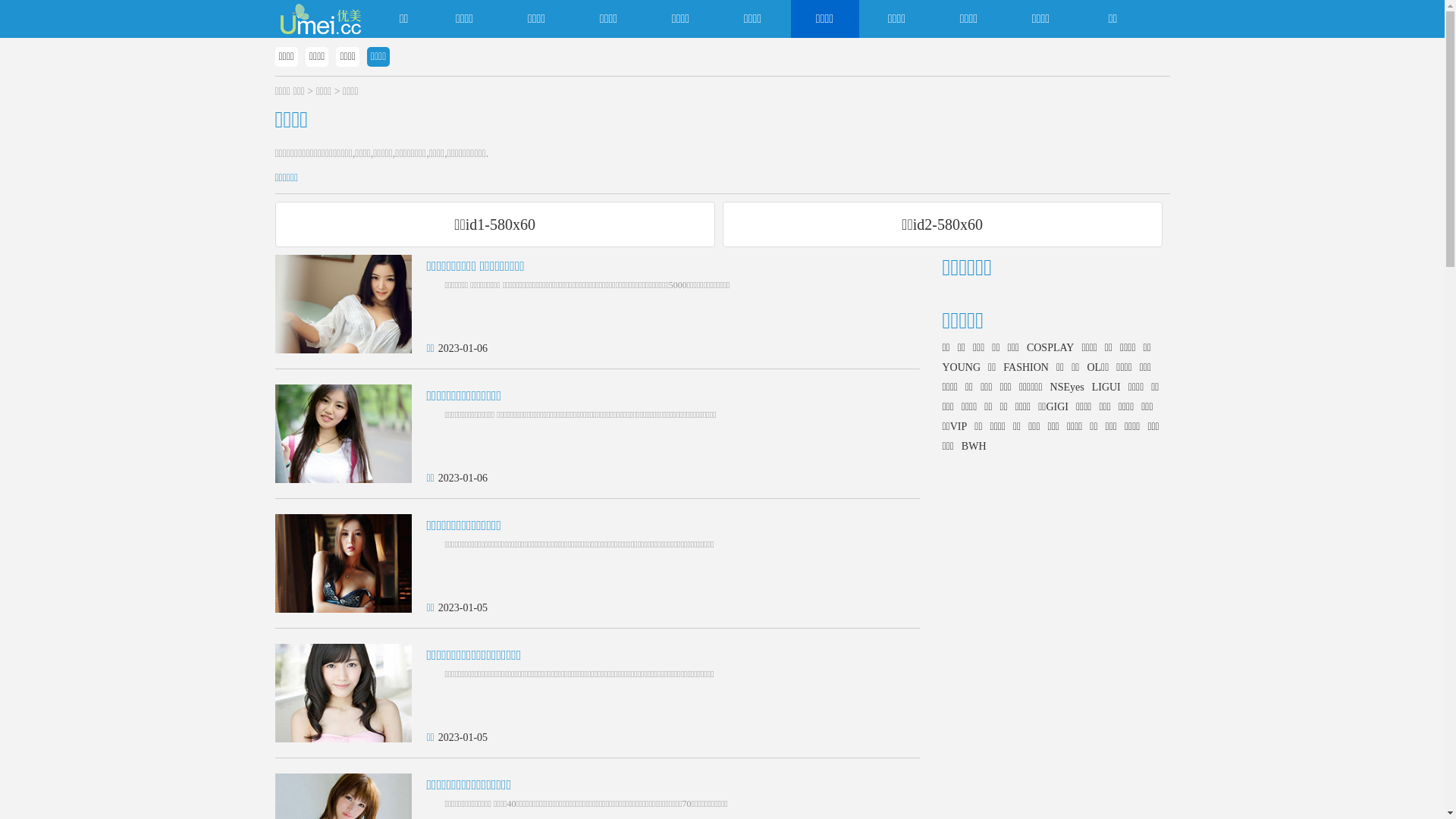  Describe the element at coordinates (1070, 386) in the screenshot. I see `'NSEyes'` at that location.